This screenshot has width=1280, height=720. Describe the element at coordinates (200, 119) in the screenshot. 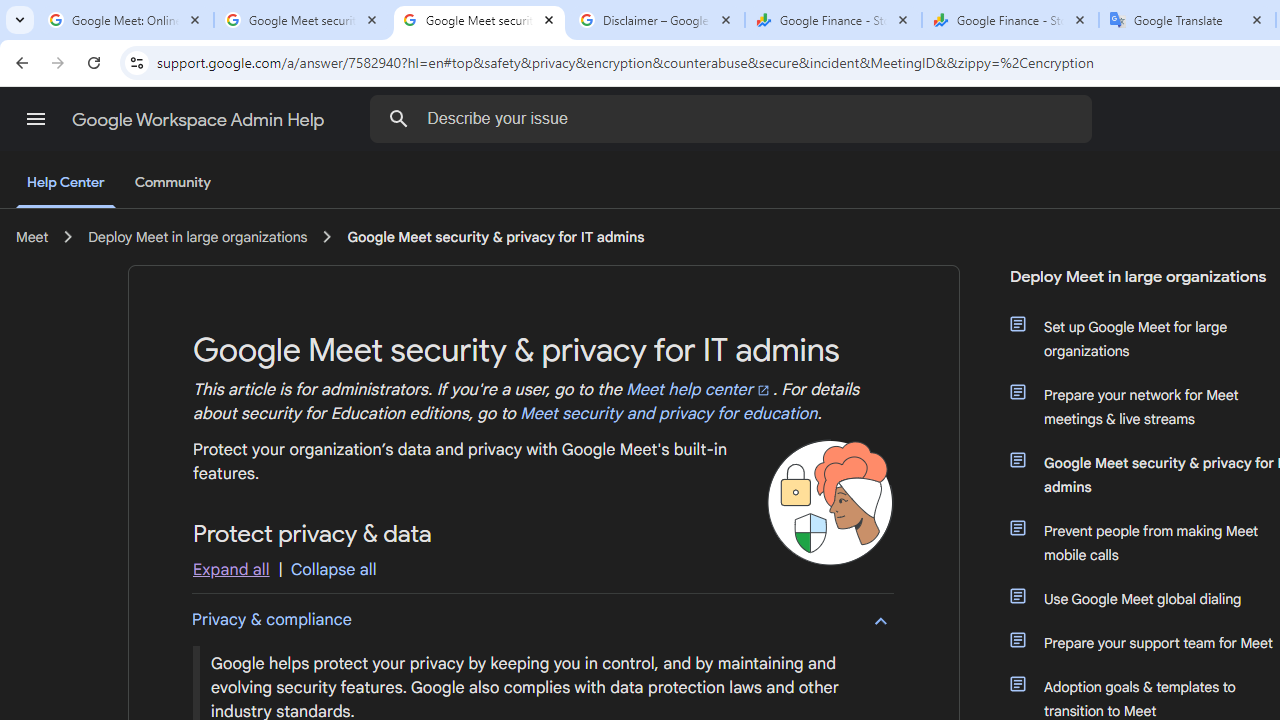

I see `'Google Workspace Admin Help'` at that location.